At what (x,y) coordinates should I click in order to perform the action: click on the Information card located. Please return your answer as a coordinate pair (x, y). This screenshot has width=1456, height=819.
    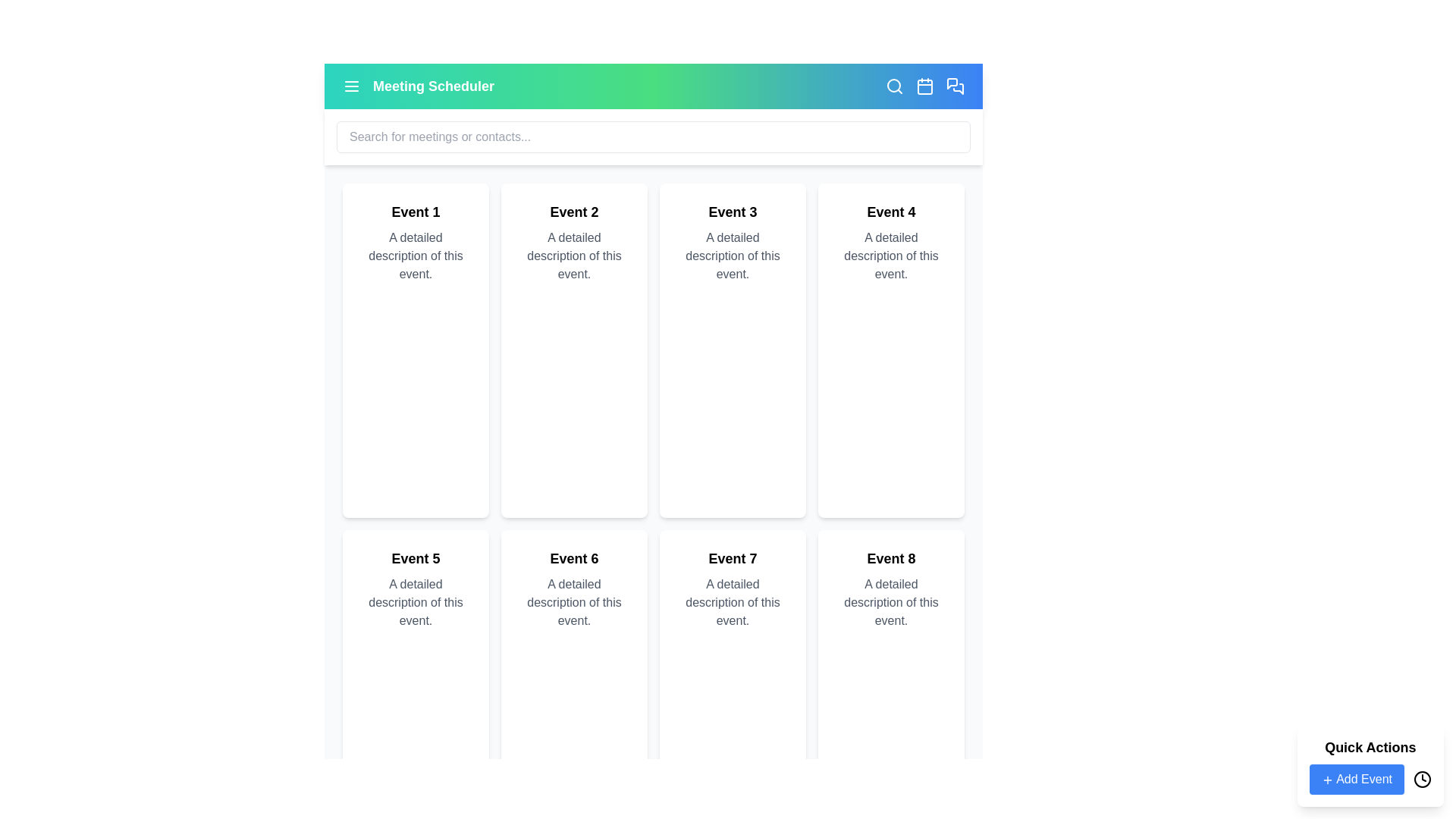
    Looking at the image, I should click on (891, 350).